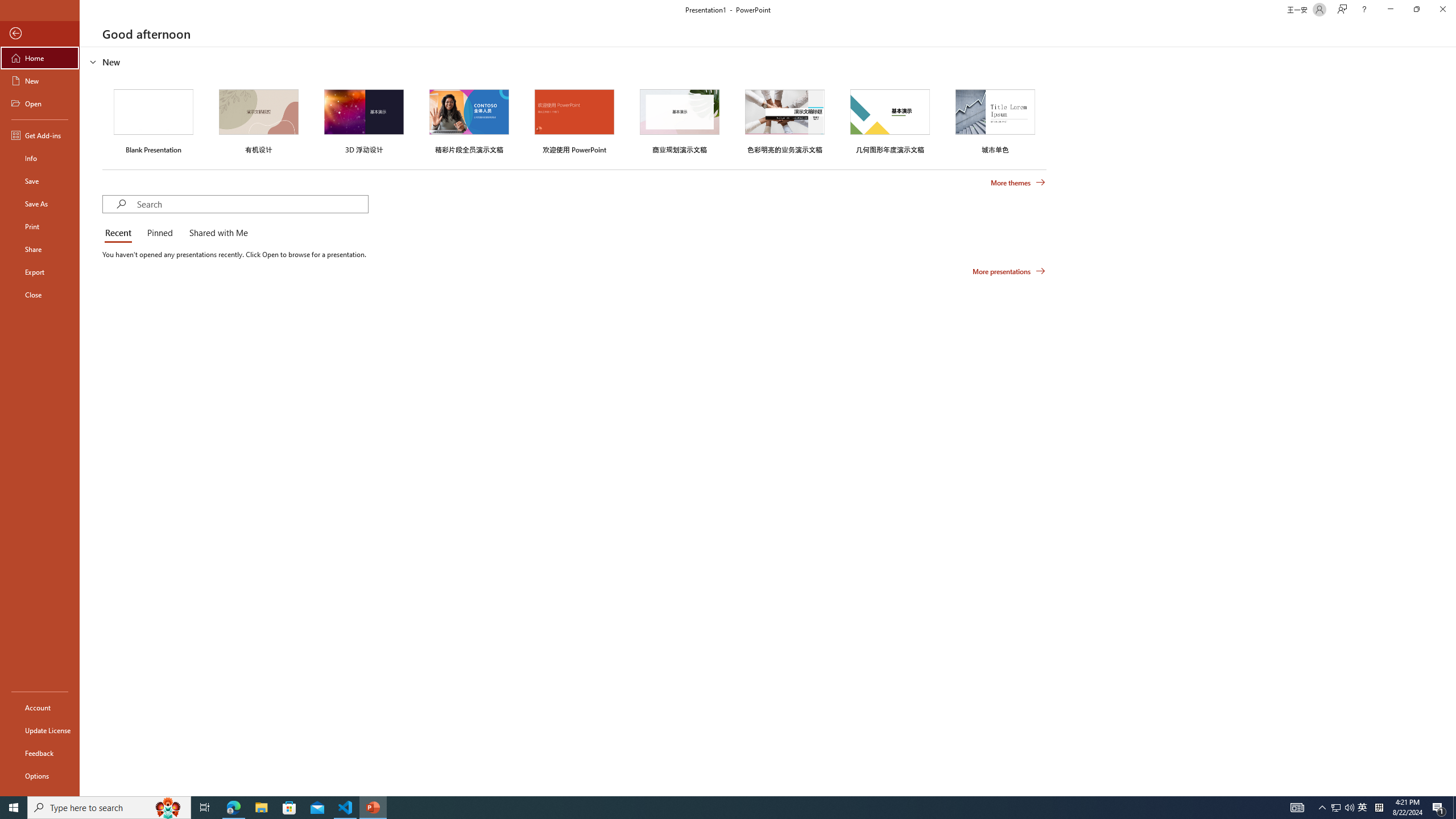 The width and height of the screenshot is (1456, 819). I want to click on 'More presentations', so click(1008, 270).